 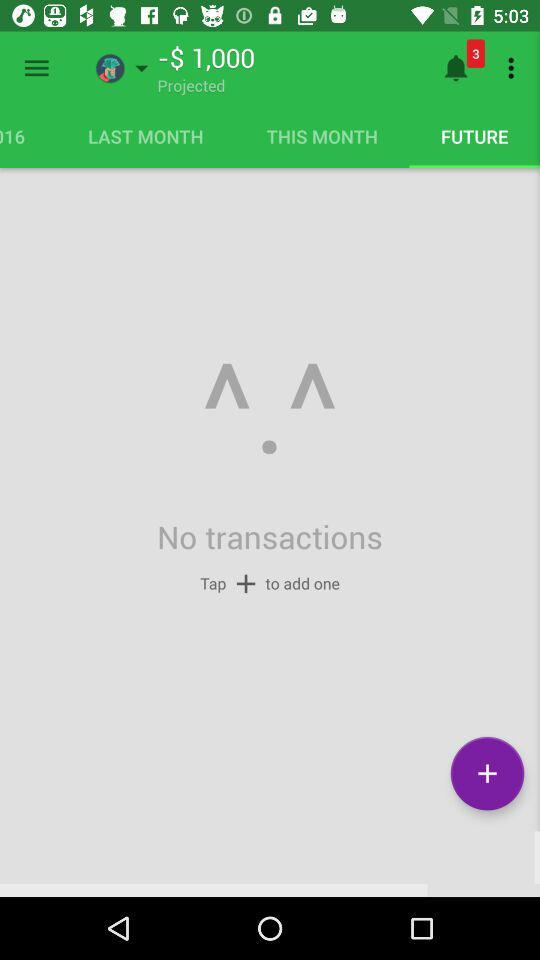 What do you see at coordinates (486, 772) in the screenshot?
I see `the  symbol shown inside the circle at the bottom right corner of the page` at bounding box center [486, 772].